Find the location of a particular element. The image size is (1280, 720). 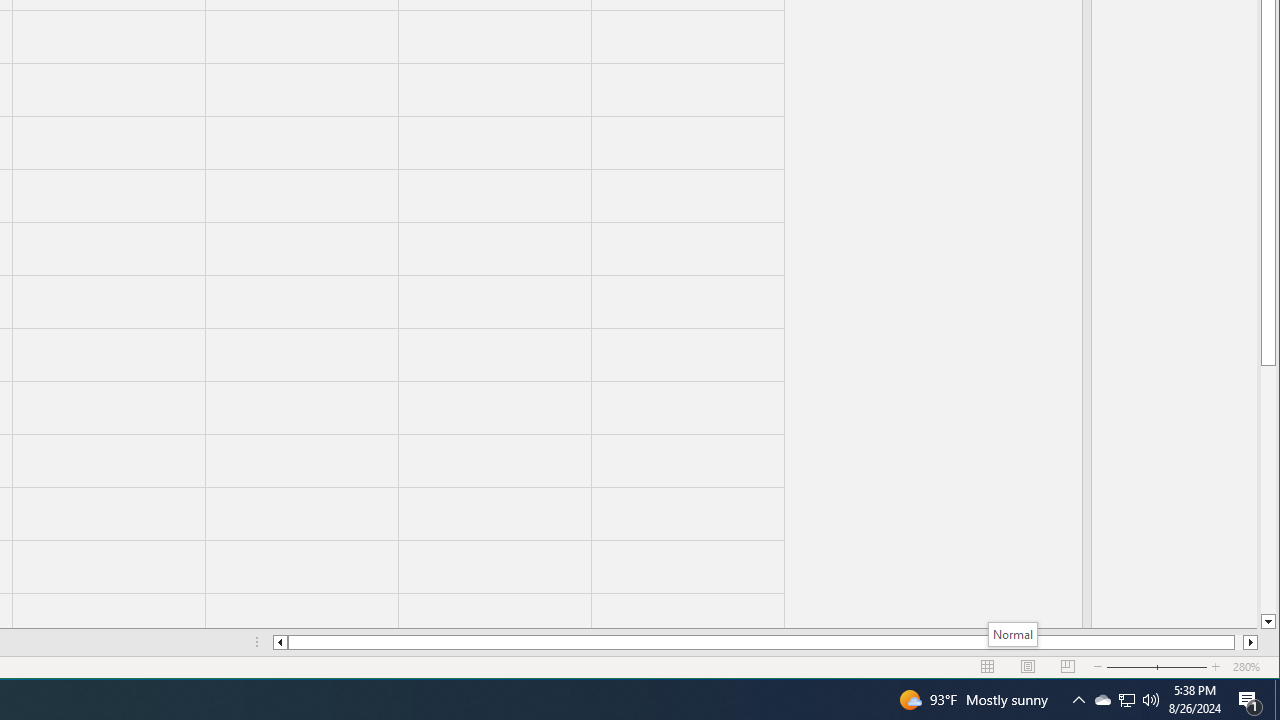

'Line down' is located at coordinates (1267, 621).